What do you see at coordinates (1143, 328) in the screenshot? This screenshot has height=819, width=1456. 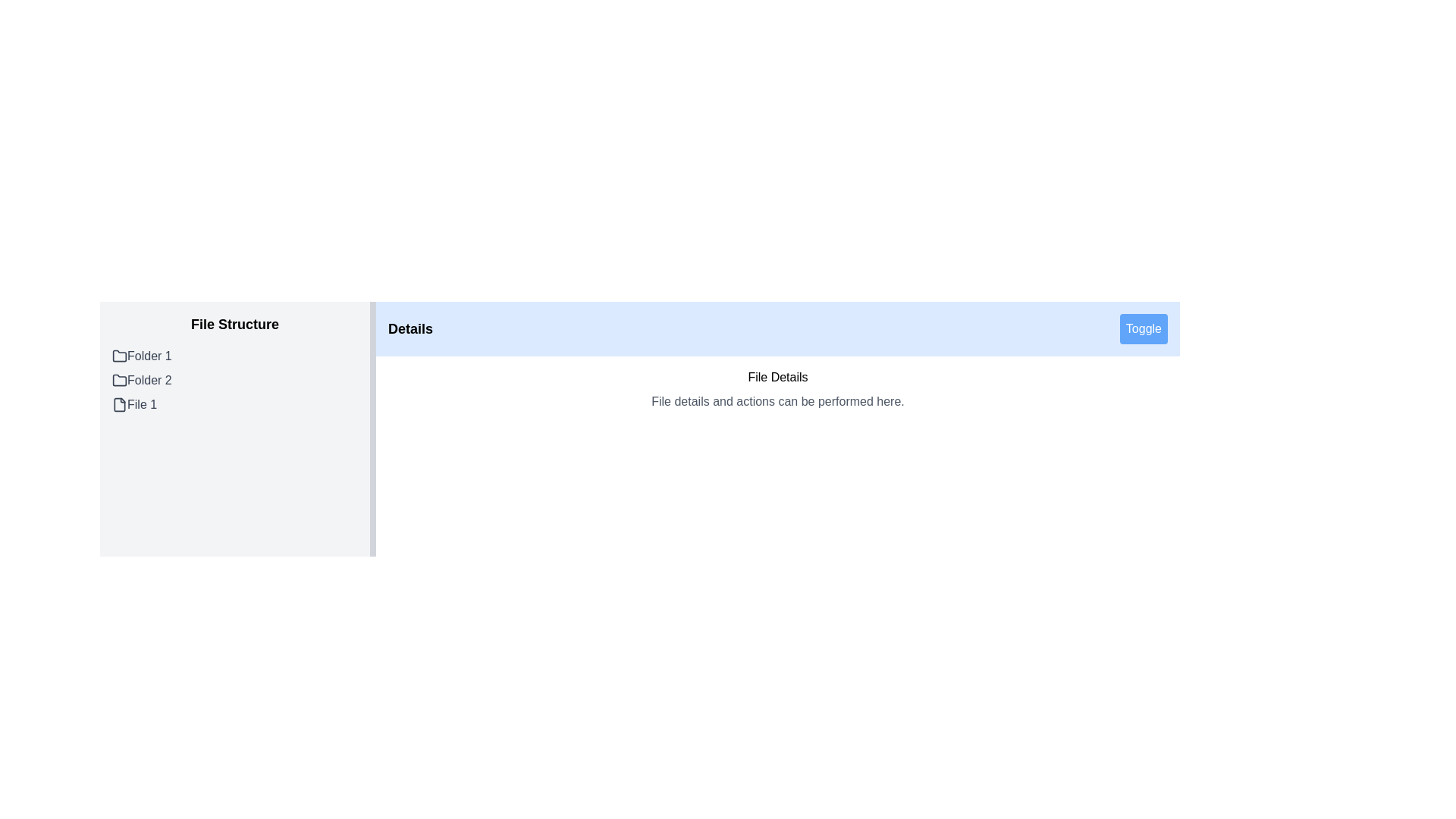 I see `the button located on the far right of the light blue bar labeled 'Details'` at bounding box center [1143, 328].